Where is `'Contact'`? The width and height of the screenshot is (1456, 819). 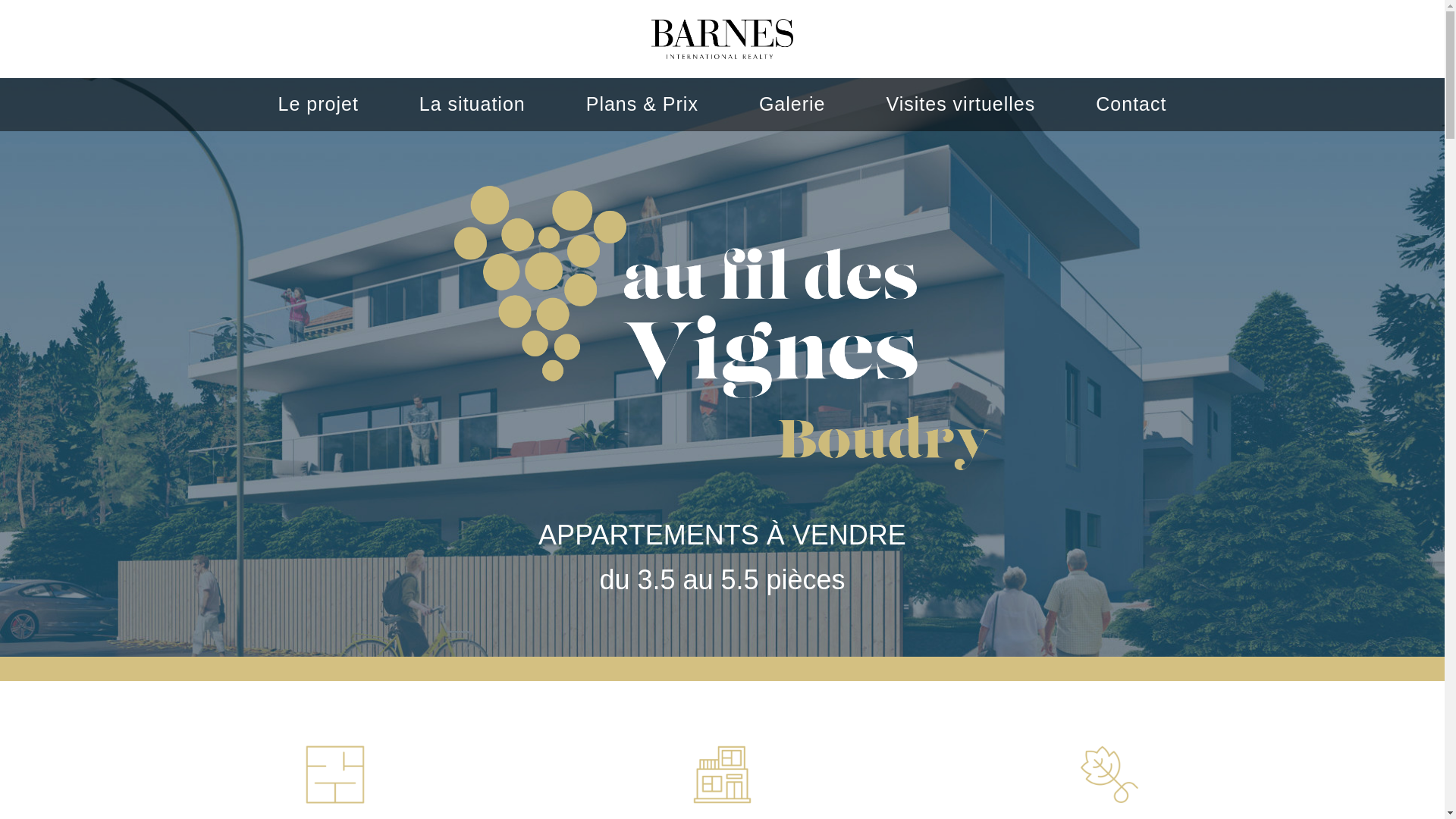
'Contact' is located at coordinates (1131, 103).